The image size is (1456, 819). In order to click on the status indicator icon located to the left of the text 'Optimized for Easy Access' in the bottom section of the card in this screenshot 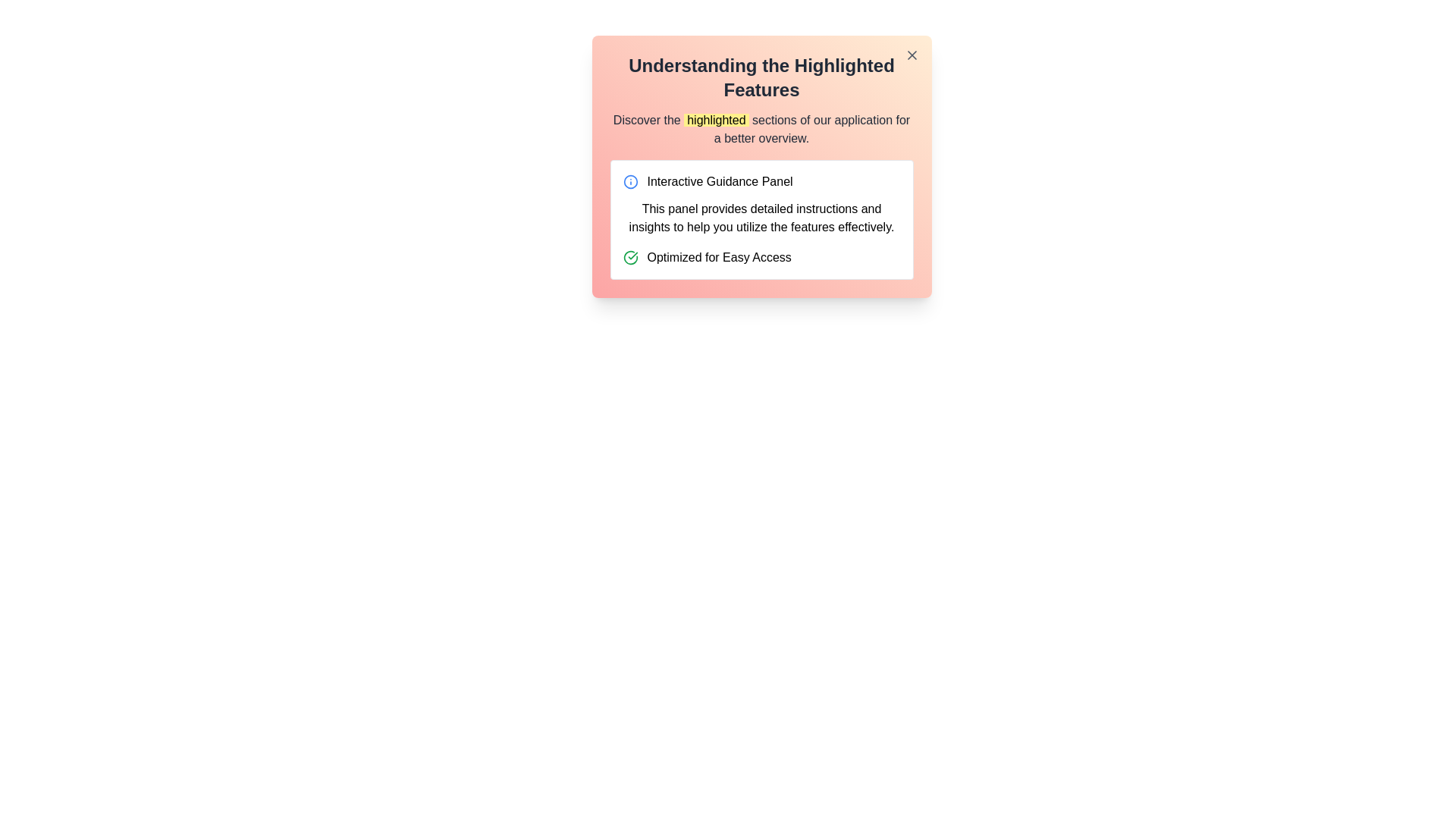, I will do `click(630, 256)`.